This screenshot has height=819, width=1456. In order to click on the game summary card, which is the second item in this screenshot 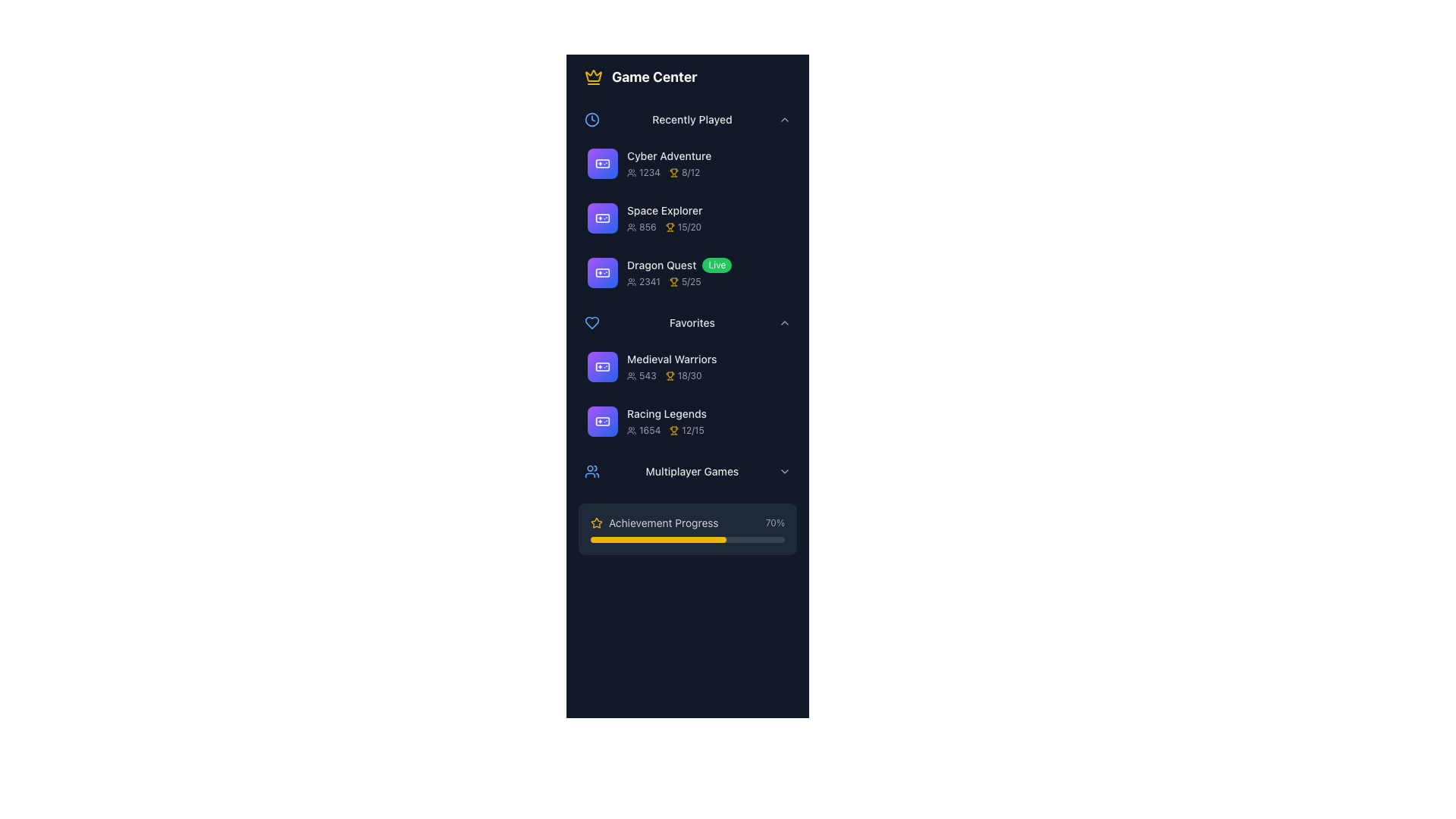, I will do `click(687, 218)`.